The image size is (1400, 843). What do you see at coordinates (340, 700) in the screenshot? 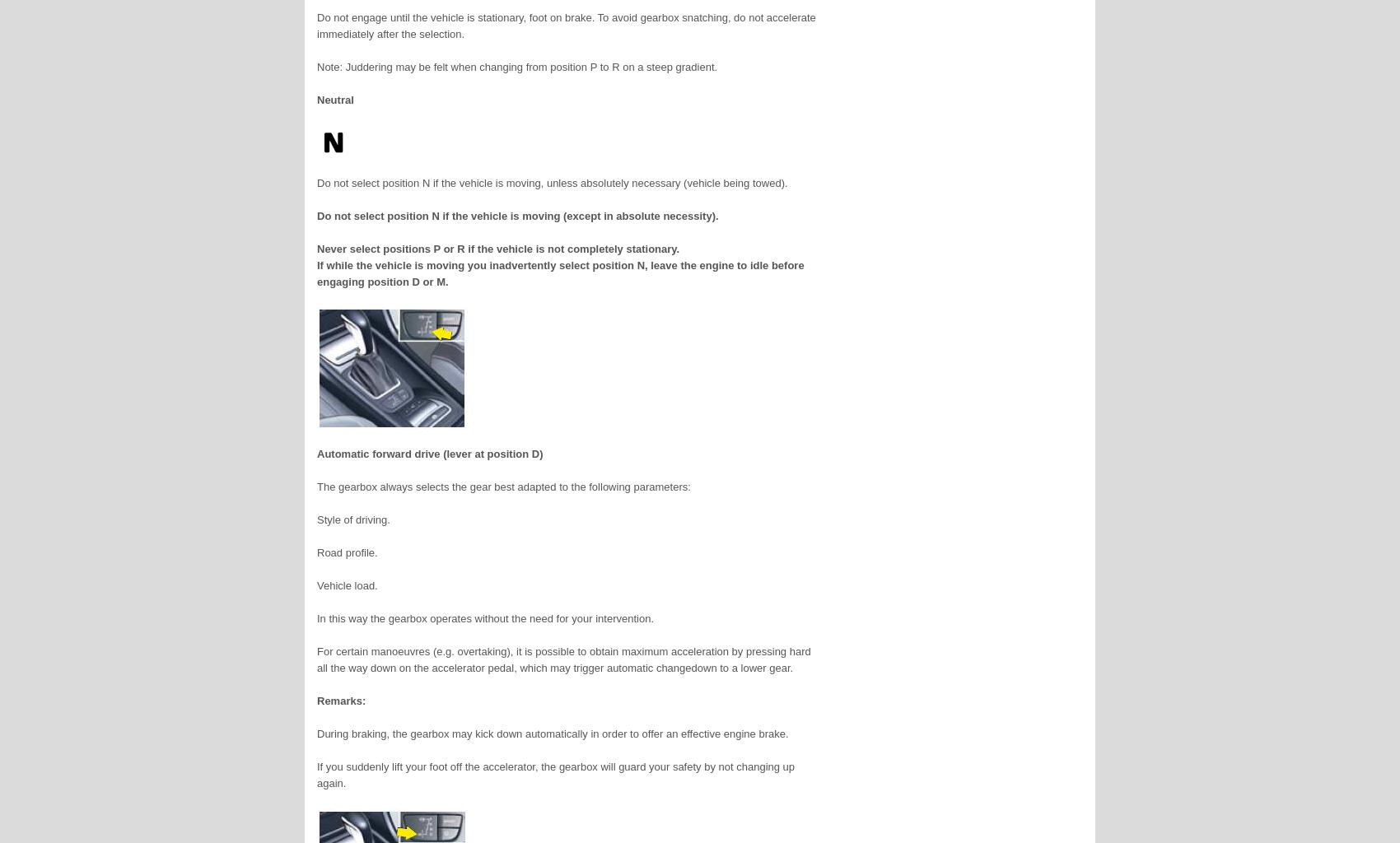
I see `'Remarks:'` at bounding box center [340, 700].